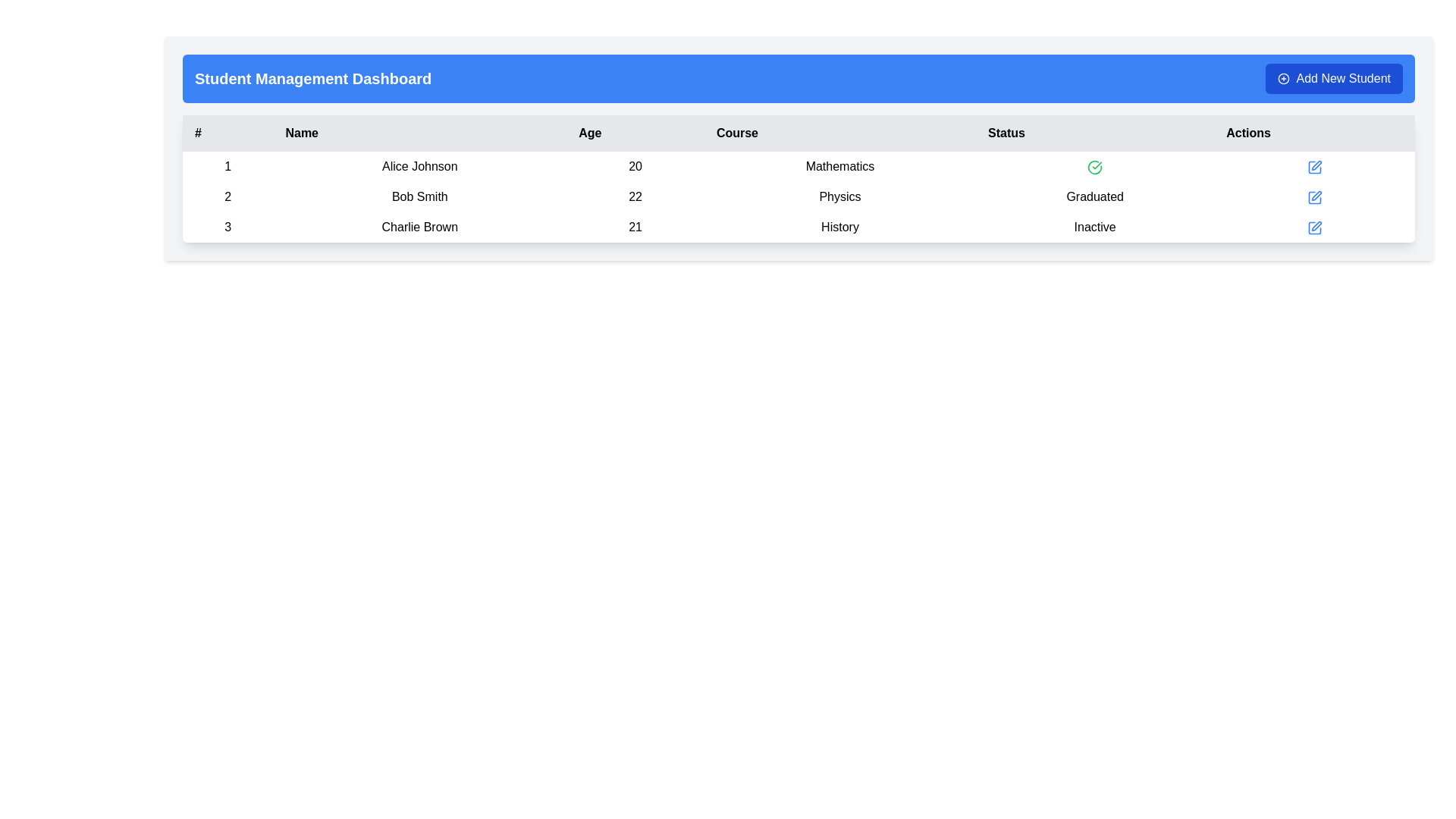 The width and height of the screenshot is (1456, 819). I want to click on the circular icon with a green outline and centered check mark located under the 'Status' column for the 'Mathematics' course row, corresponding to Alice Johnson, so click(1095, 166).